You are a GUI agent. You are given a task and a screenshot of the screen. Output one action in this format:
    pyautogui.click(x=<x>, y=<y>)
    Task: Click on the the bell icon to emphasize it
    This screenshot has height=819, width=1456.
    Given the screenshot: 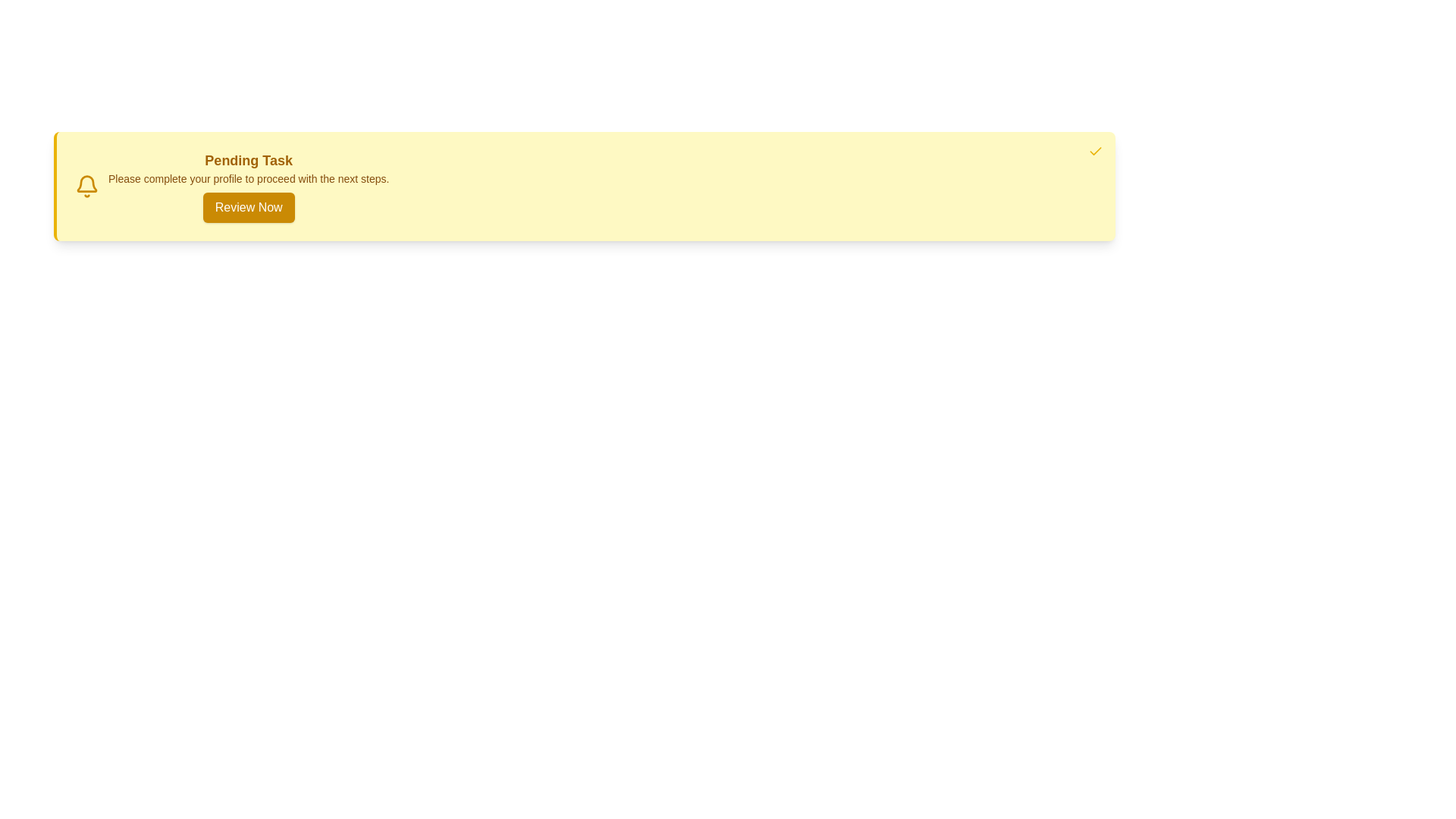 What is the action you would take?
    pyautogui.click(x=86, y=186)
    